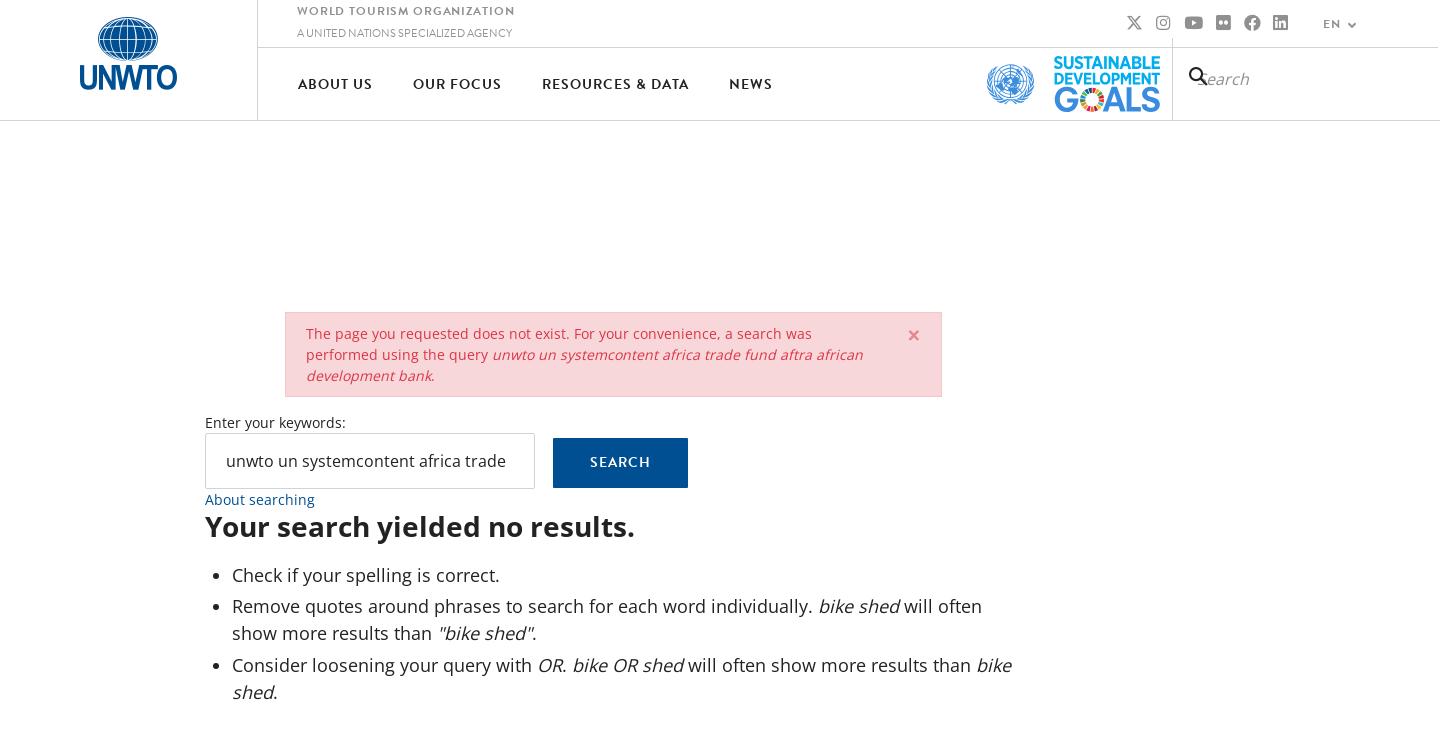  What do you see at coordinates (335, 82) in the screenshot?
I see `'About Us'` at bounding box center [335, 82].